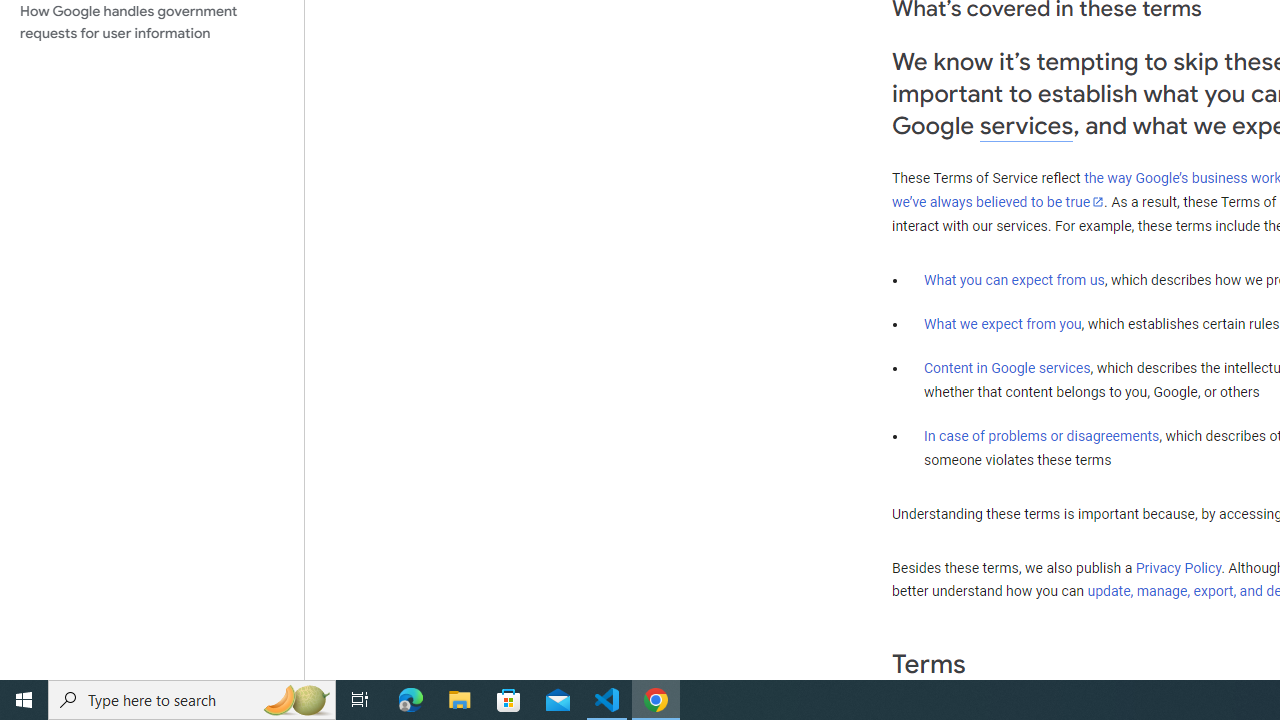 This screenshot has height=720, width=1280. What do you see at coordinates (1178, 567) in the screenshot?
I see `'Privacy Policy'` at bounding box center [1178, 567].